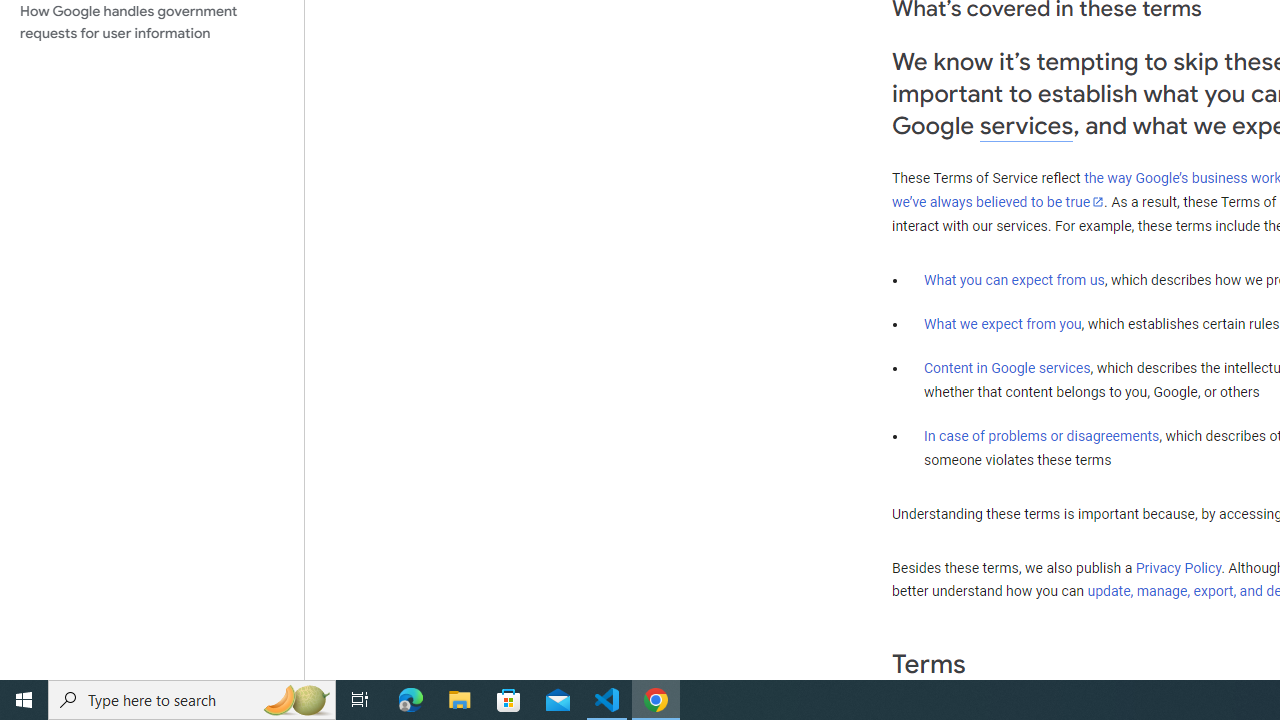 This screenshot has height=720, width=1280. What do you see at coordinates (1178, 567) in the screenshot?
I see `'Privacy Policy'` at bounding box center [1178, 567].